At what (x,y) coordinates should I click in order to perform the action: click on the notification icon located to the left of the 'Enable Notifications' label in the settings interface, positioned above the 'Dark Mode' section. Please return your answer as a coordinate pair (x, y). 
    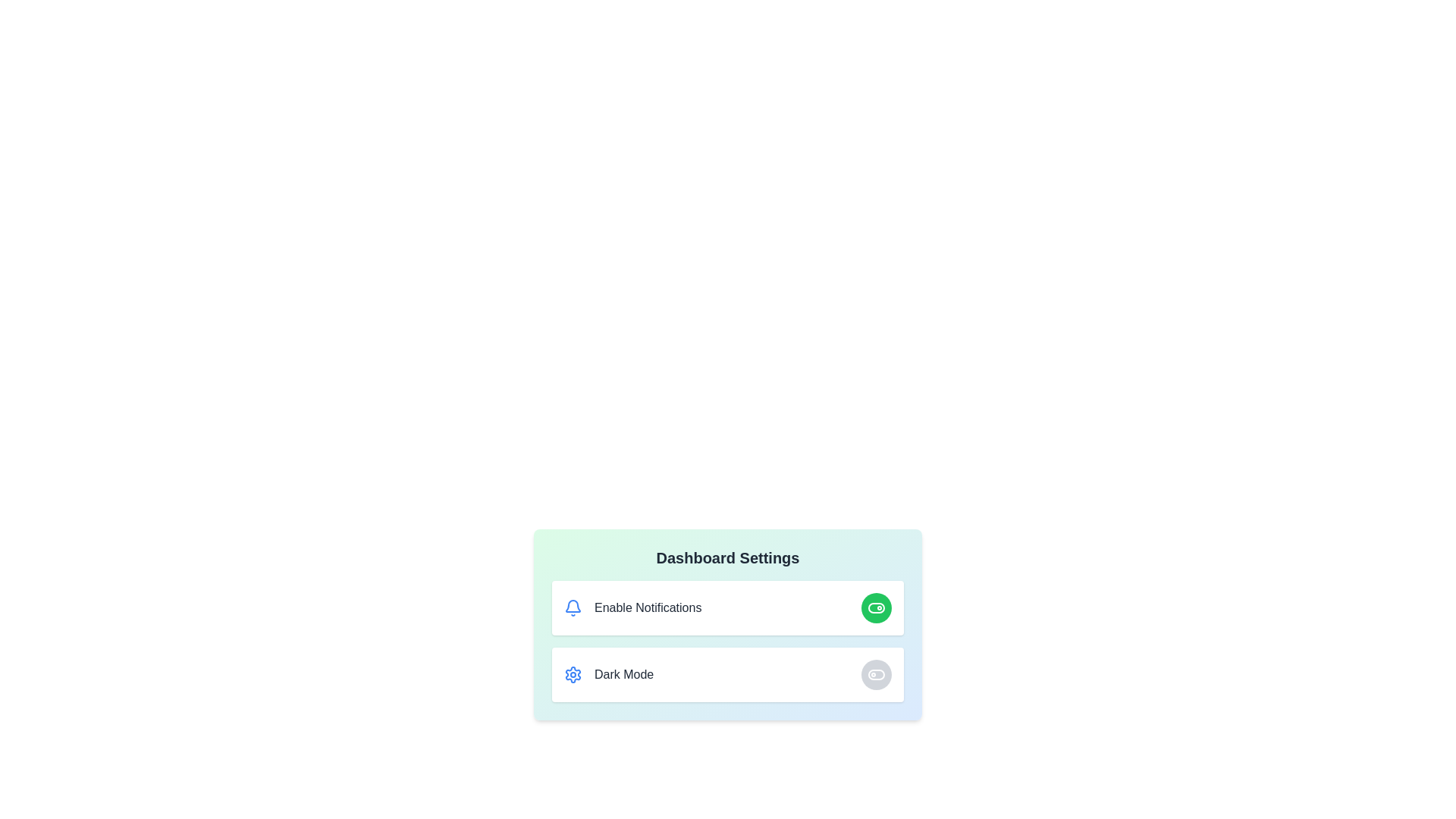
    Looking at the image, I should click on (572, 607).